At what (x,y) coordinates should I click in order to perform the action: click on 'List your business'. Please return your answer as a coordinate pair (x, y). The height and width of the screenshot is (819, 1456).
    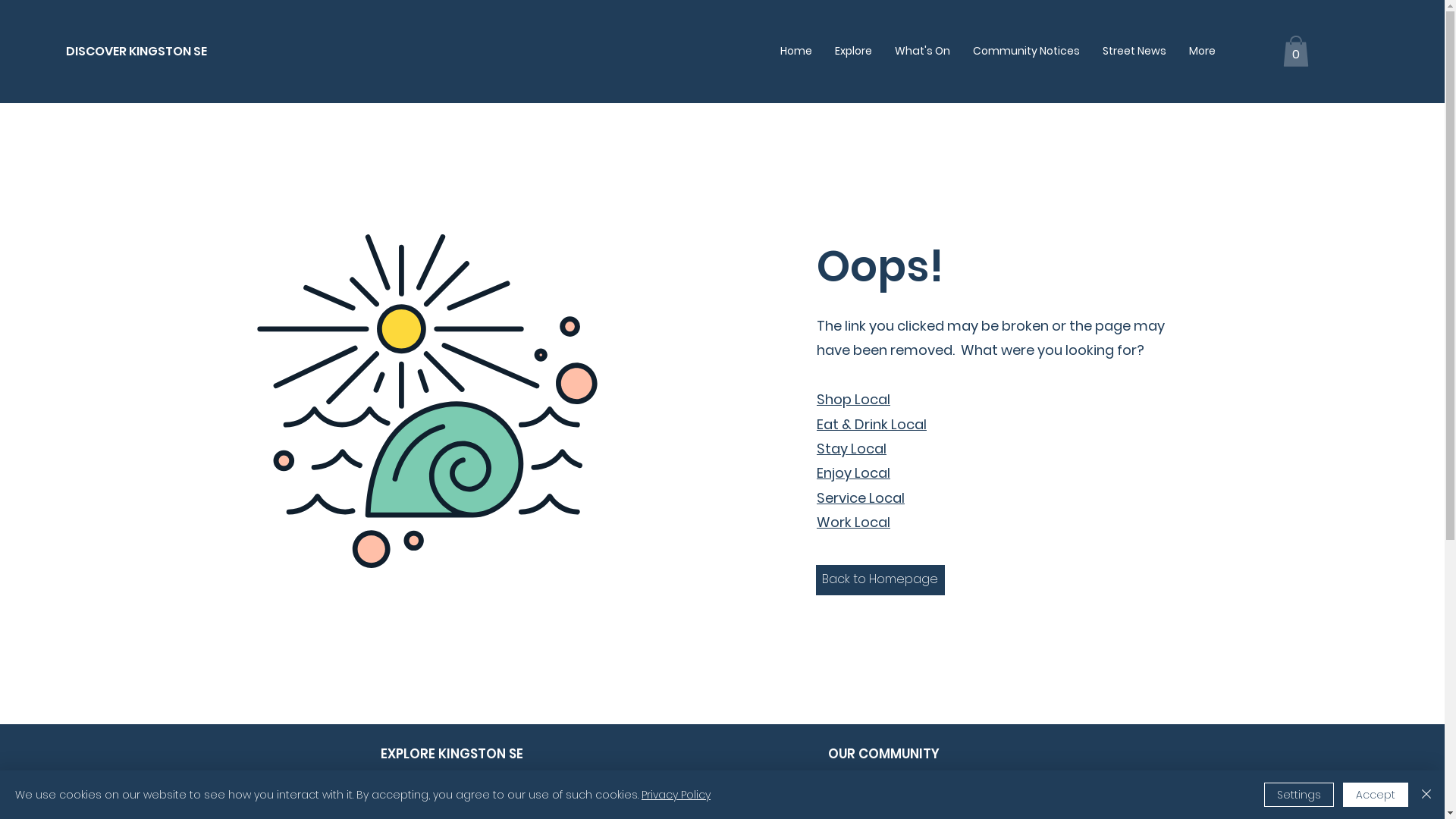
    Looking at the image, I should click on (918, 797).